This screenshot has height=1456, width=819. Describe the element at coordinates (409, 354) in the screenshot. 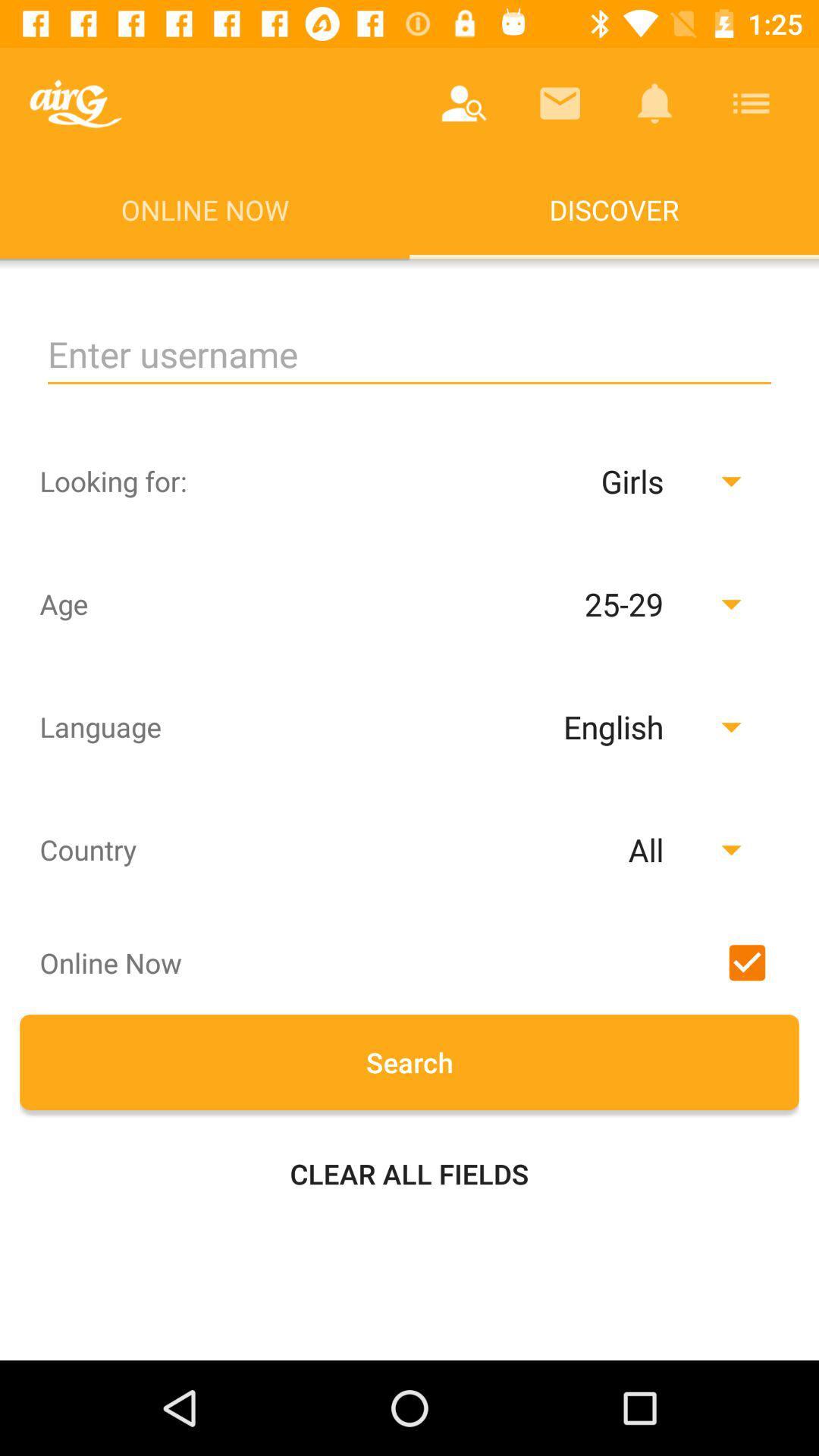

I see `icon above the girls` at that location.